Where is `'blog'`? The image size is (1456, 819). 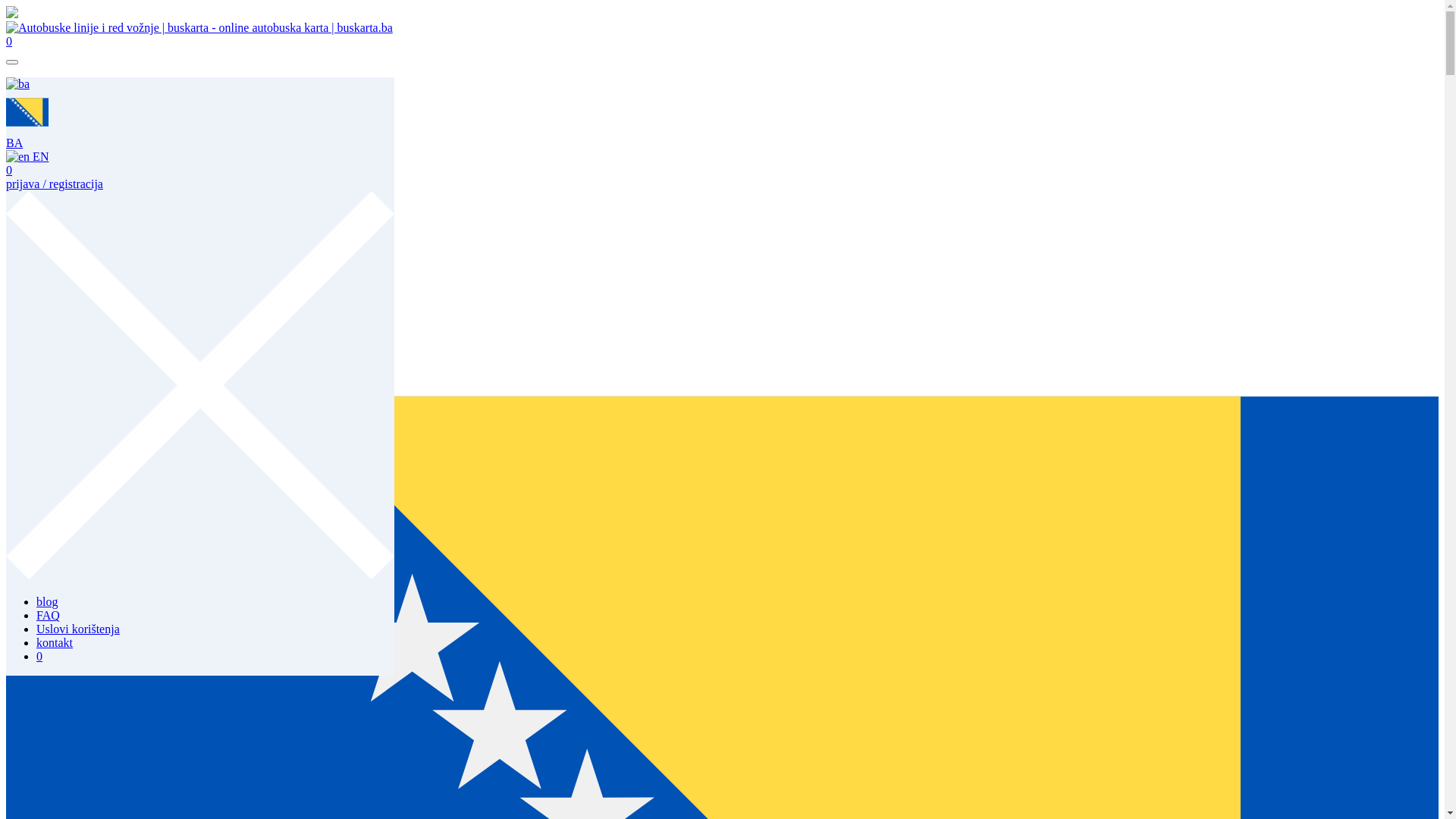
'blog' is located at coordinates (36, 83).